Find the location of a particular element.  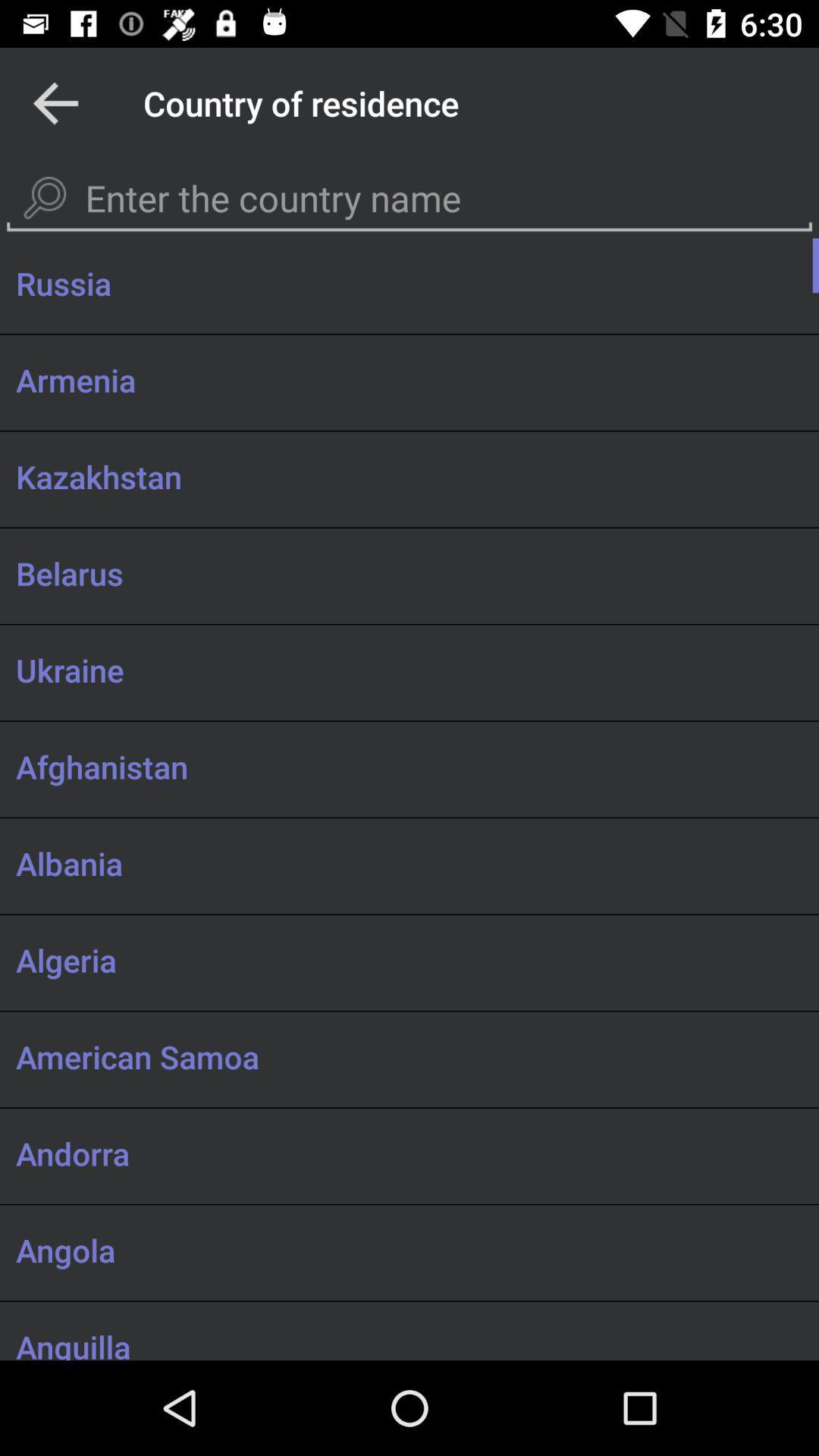

open keyboard to enter country name is located at coordinates (409, 198).